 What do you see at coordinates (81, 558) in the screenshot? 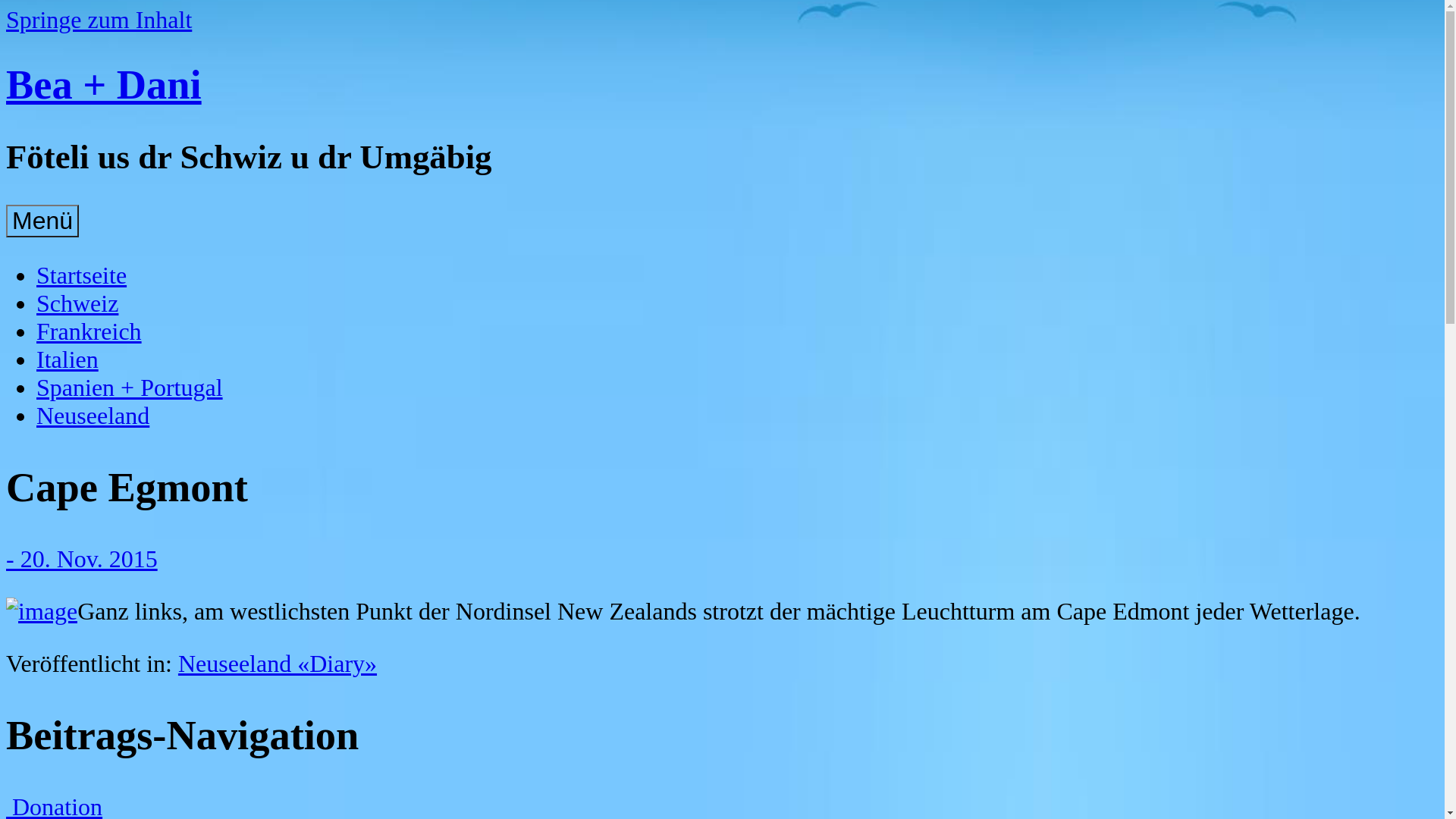
I see `'- 20. Nov. 2015'` at bounding box center [81, 558].